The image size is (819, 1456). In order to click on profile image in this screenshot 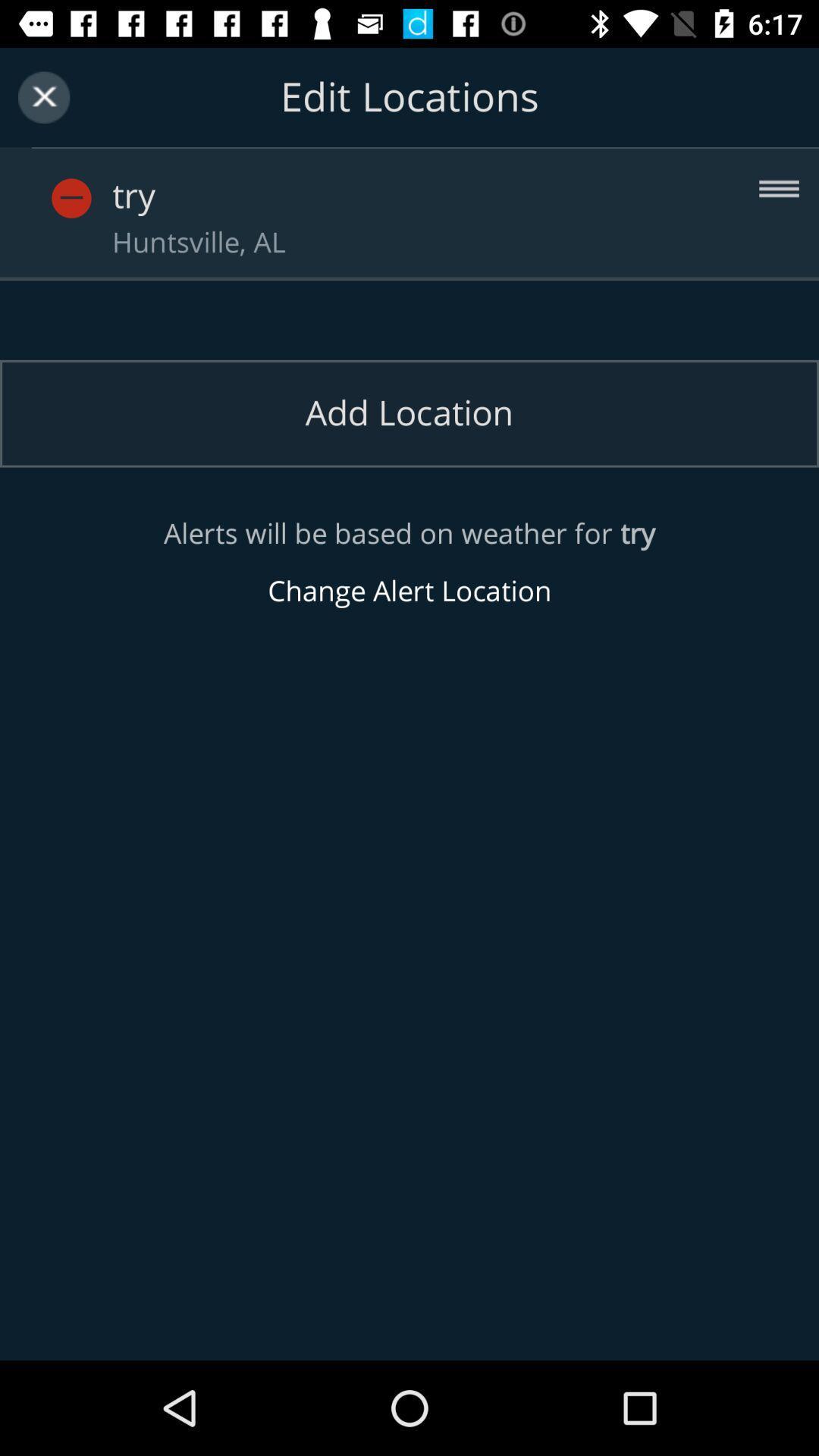, I will do `click(71, 197)`.